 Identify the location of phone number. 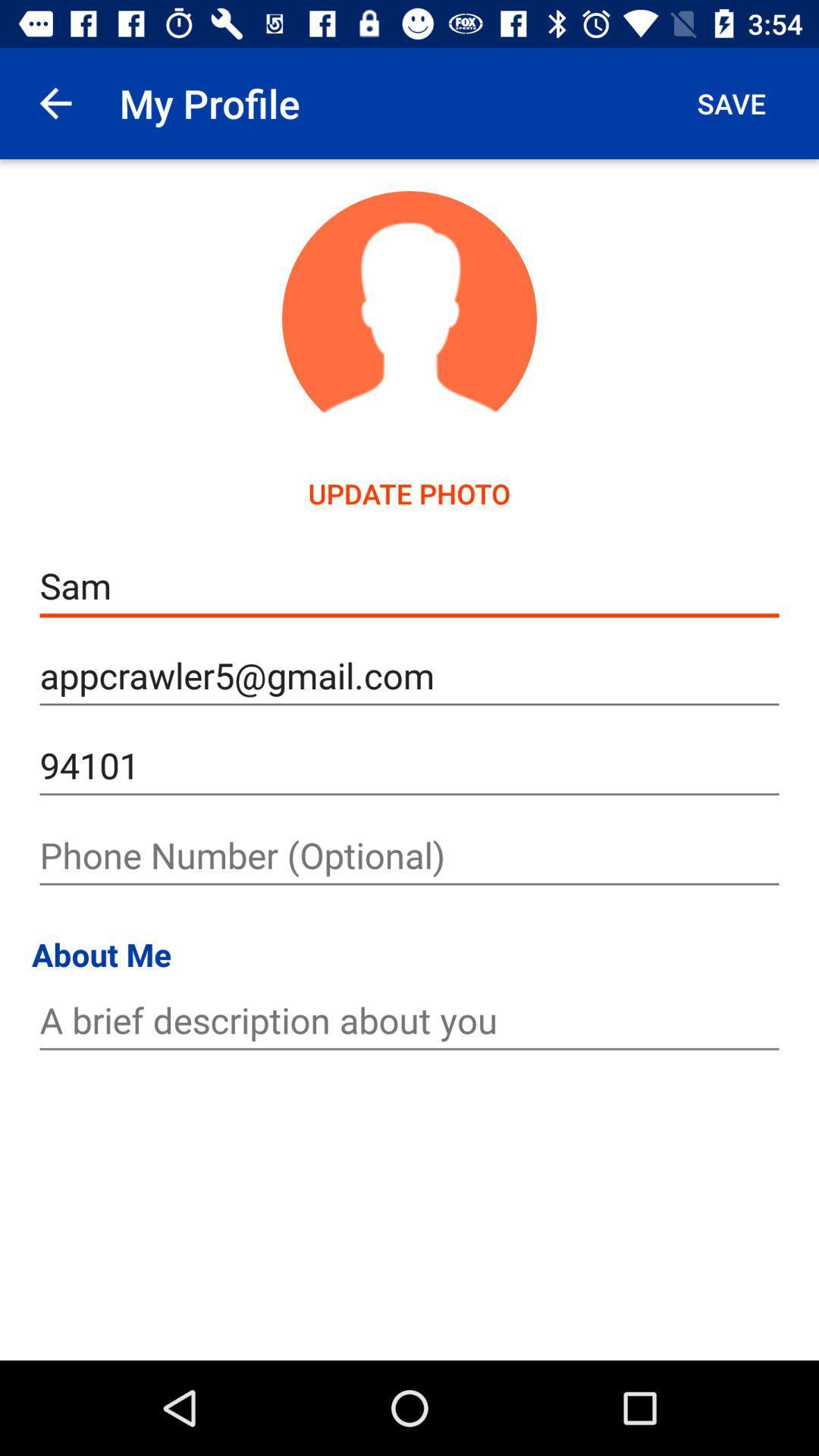
(409, 855).